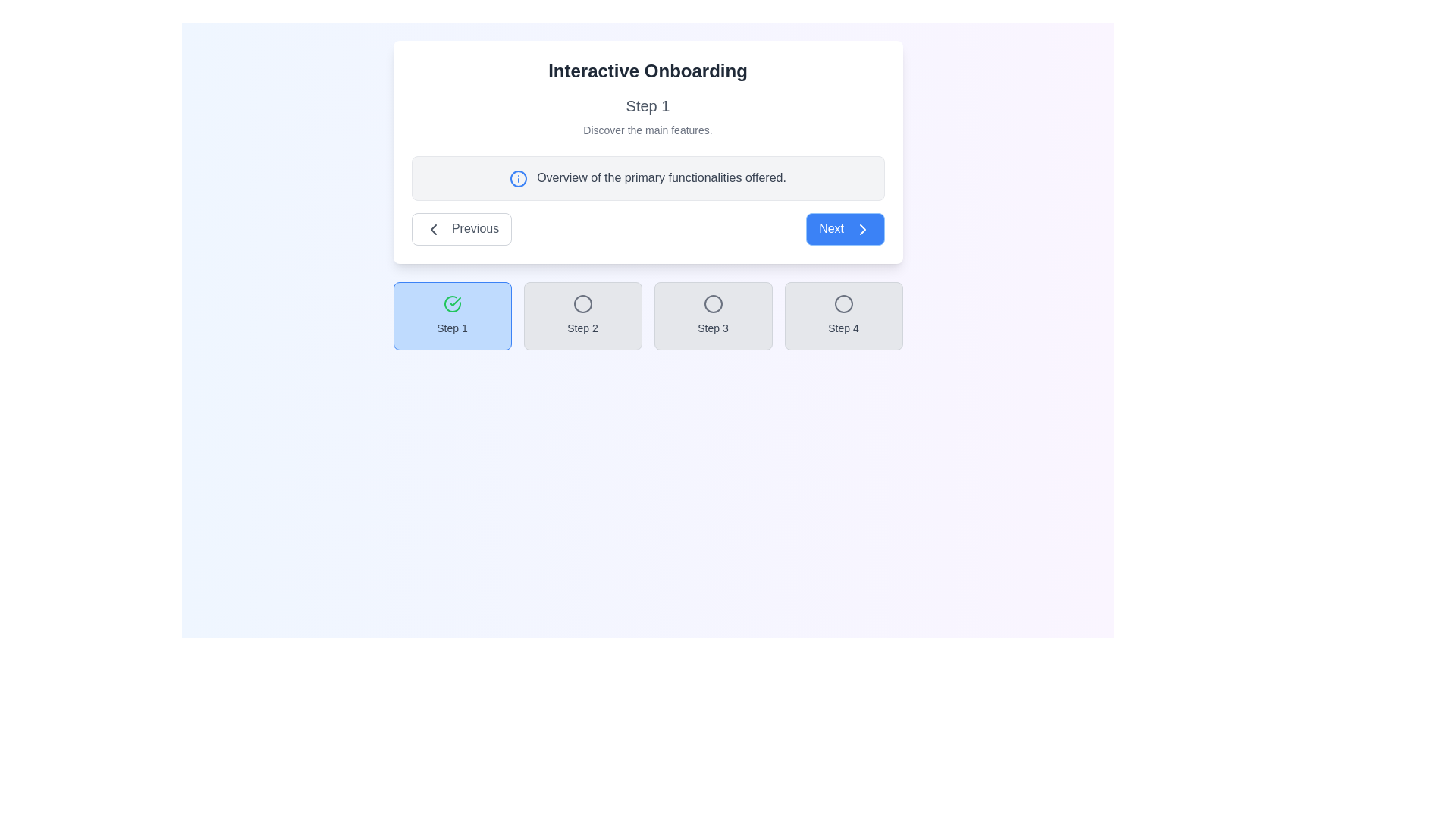 The height and width of the screenshot is (819, 1456). What do you see at coordinates (844, 229) in the screenshot?
I see `the blue 'Next' button located on the right side of the navigation buttons` at bounding box center [844, 229].